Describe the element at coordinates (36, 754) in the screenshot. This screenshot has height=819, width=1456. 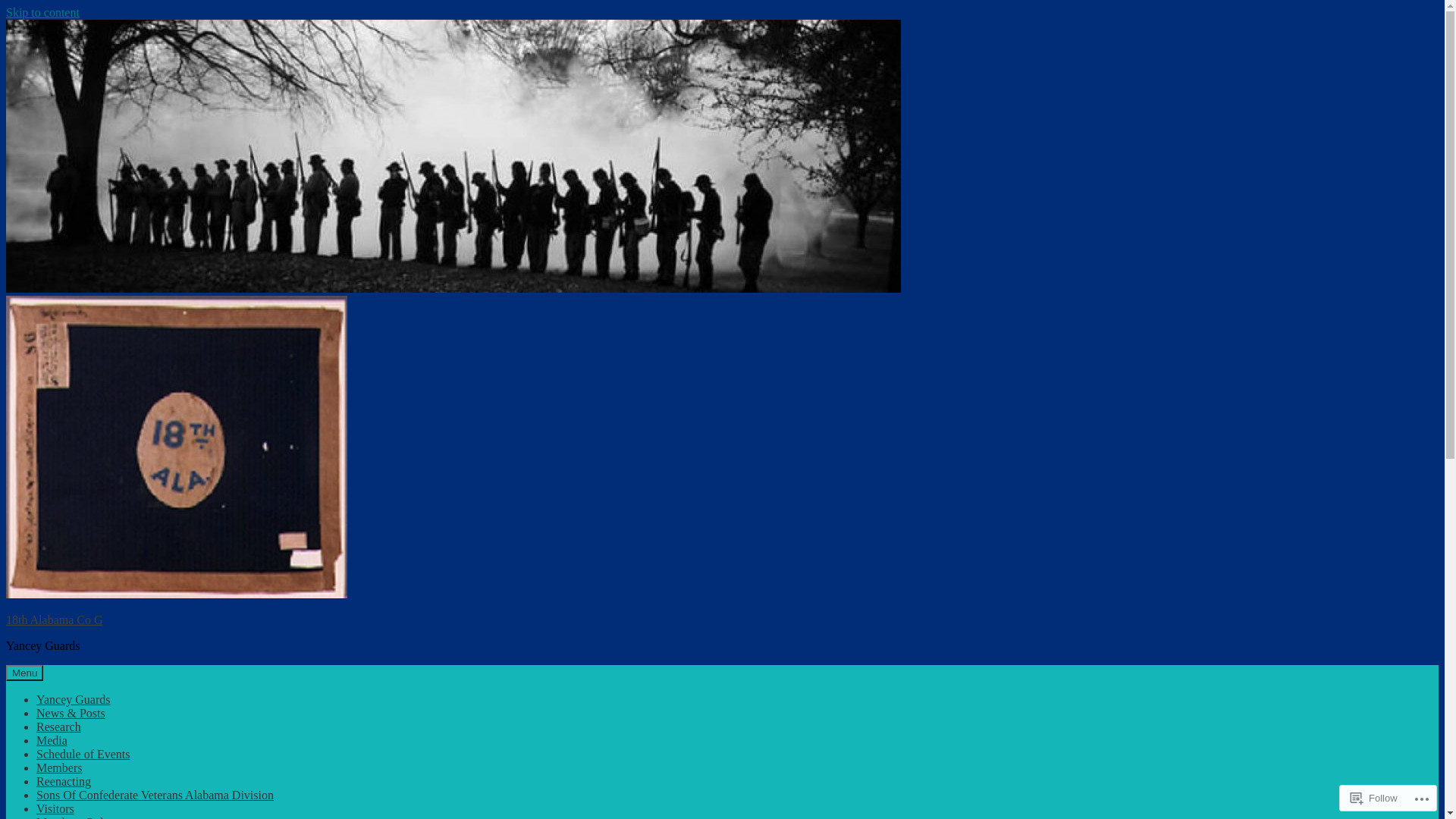
I see `'Schedule of Events'` at that location.